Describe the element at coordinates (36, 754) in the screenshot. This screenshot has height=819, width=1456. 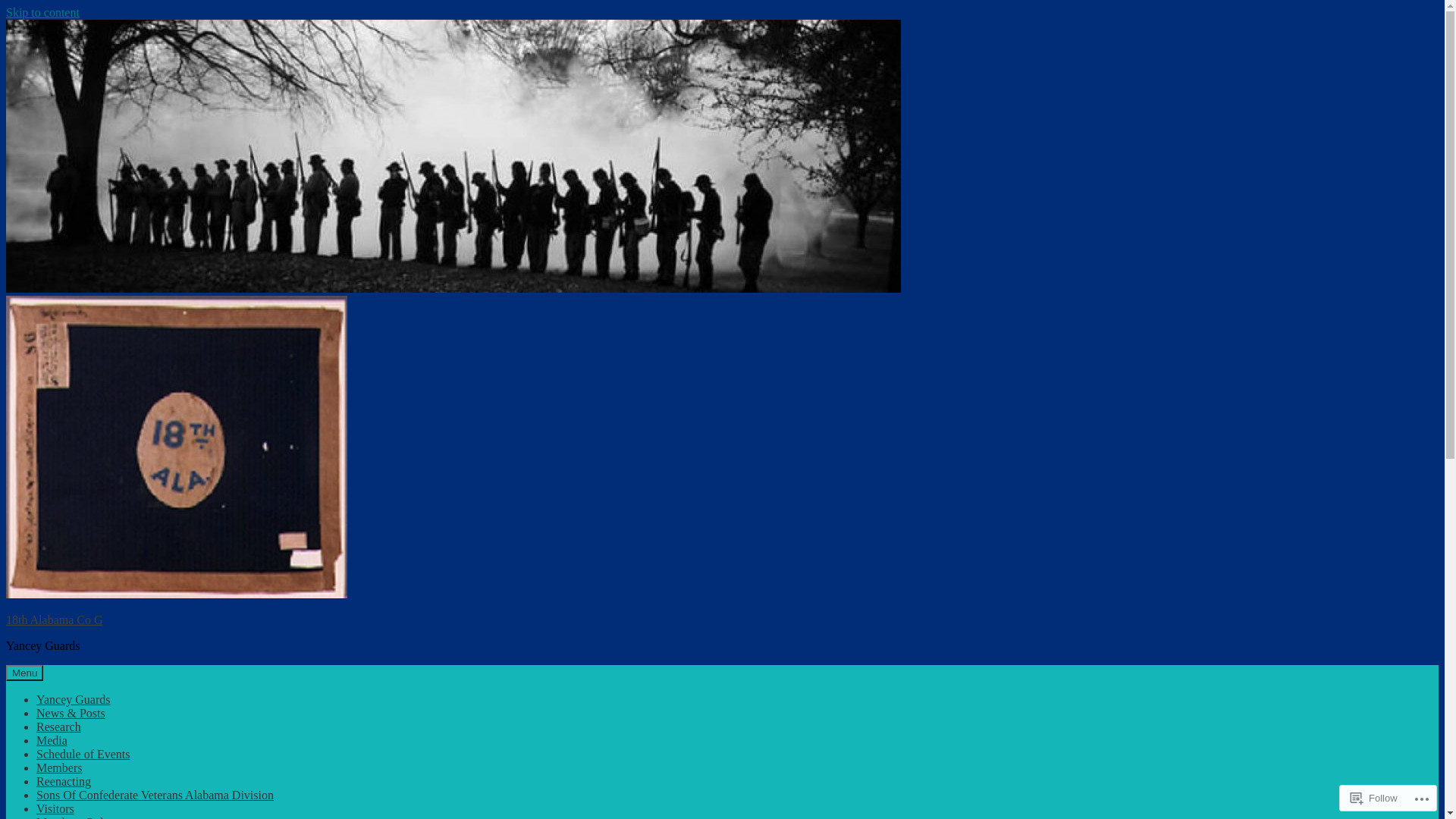
I see `'Schedule of Events'` at that location.